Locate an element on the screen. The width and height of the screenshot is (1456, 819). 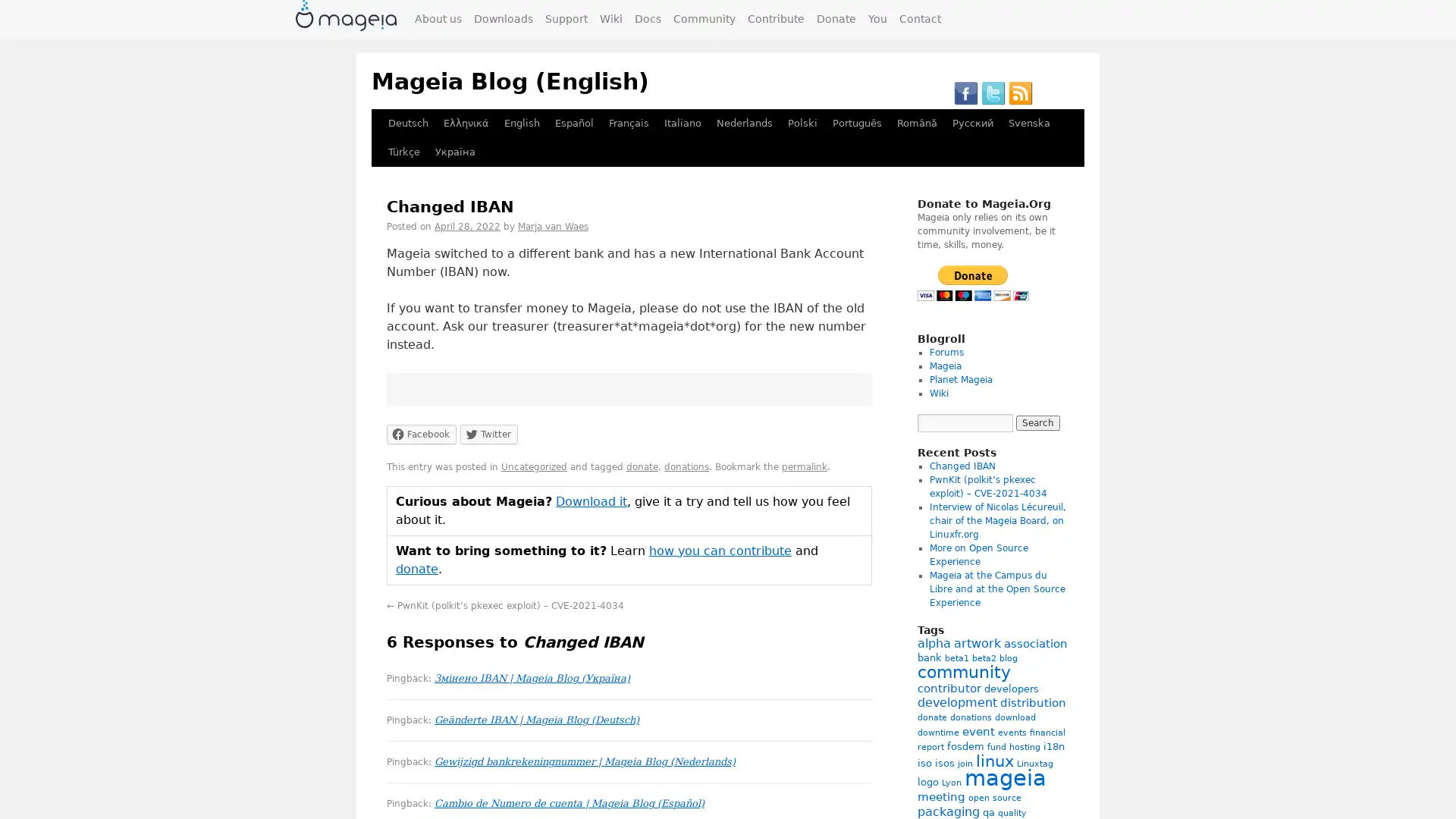
PayPal - The safer, easier way to pay online! is located at coordinates (973, 283).